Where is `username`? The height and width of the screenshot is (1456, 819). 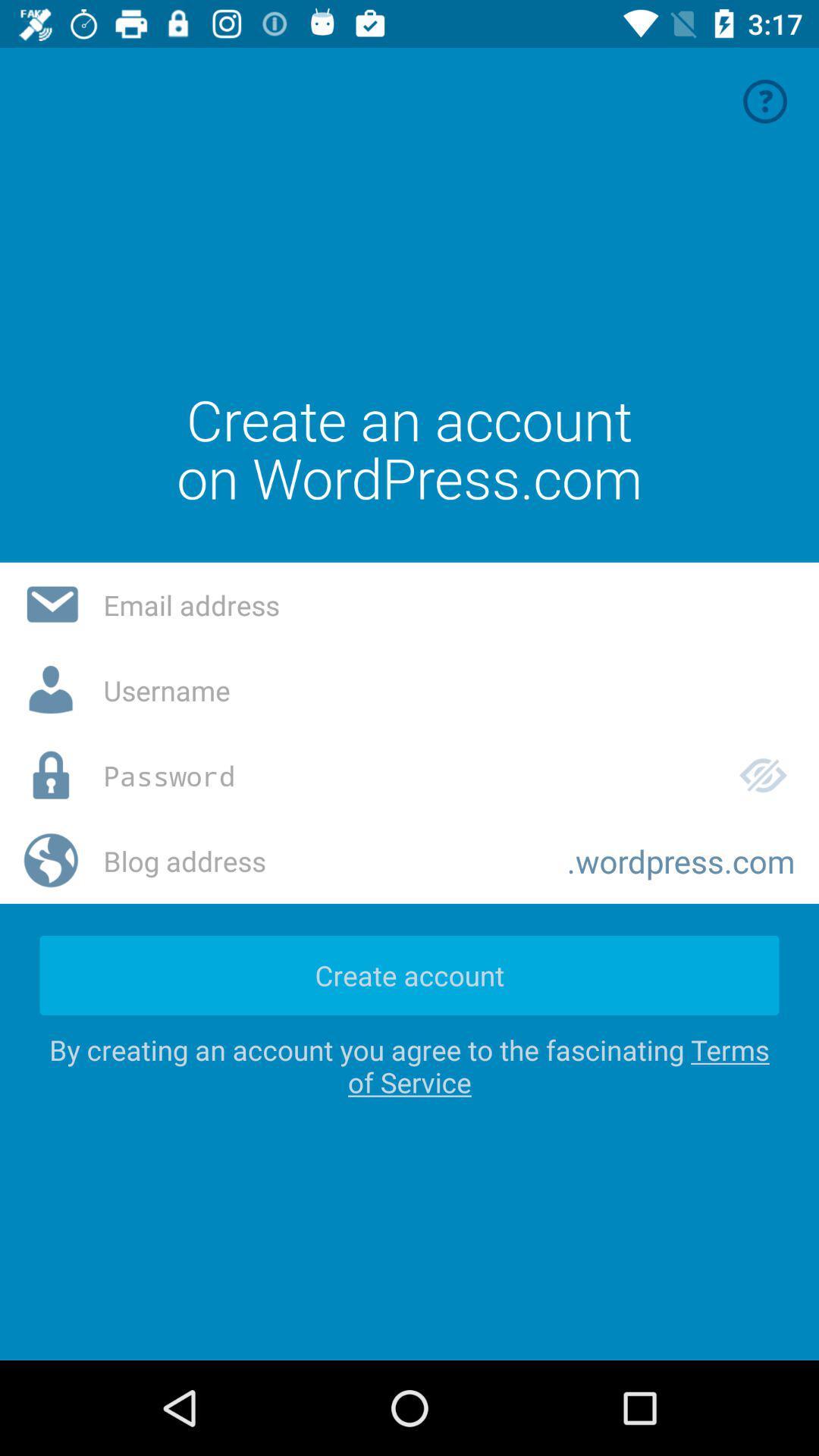
username is located at coordinates (448, 689).